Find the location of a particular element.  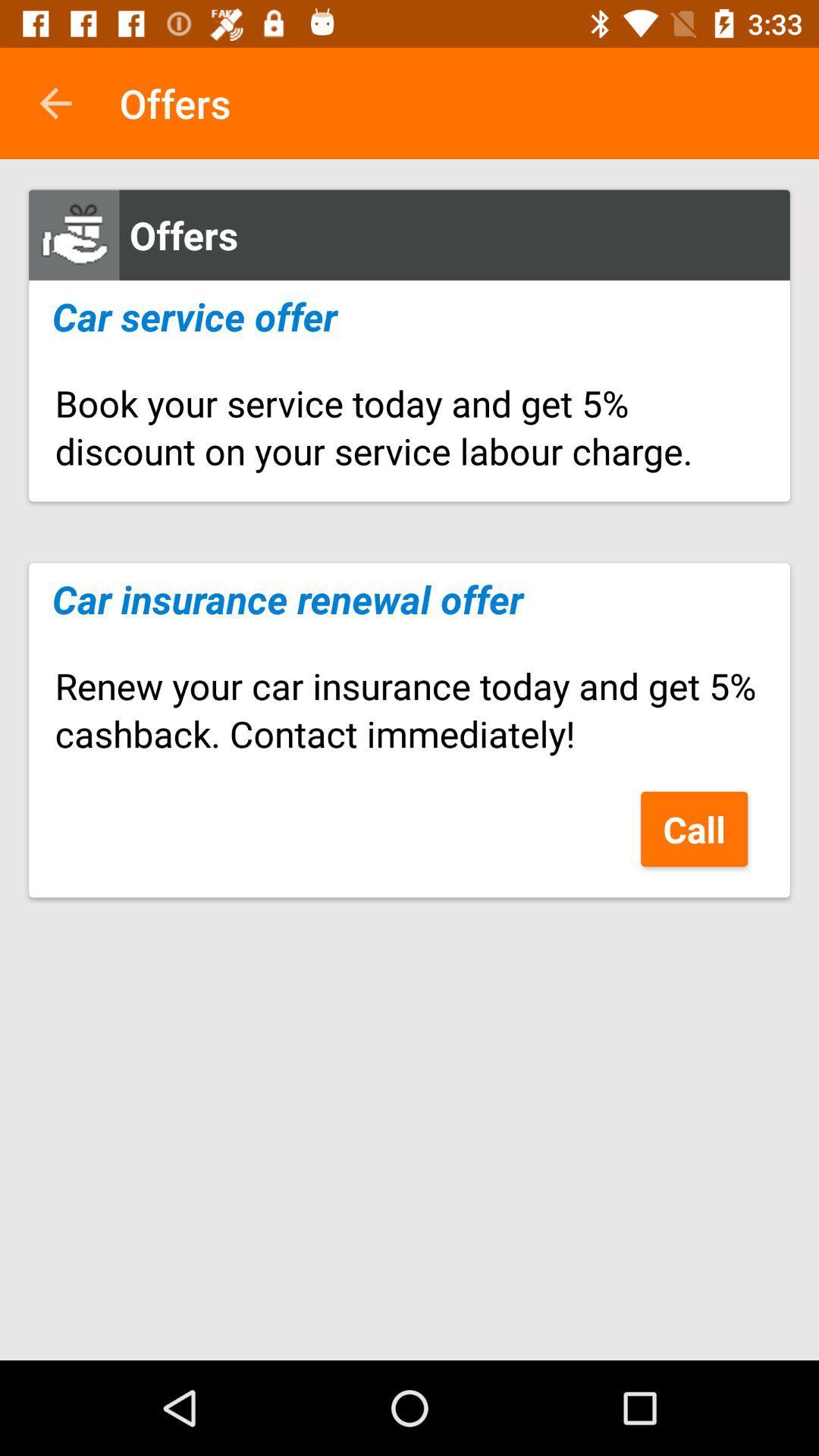

the  call  on the right is located at coordinates (694, 828).